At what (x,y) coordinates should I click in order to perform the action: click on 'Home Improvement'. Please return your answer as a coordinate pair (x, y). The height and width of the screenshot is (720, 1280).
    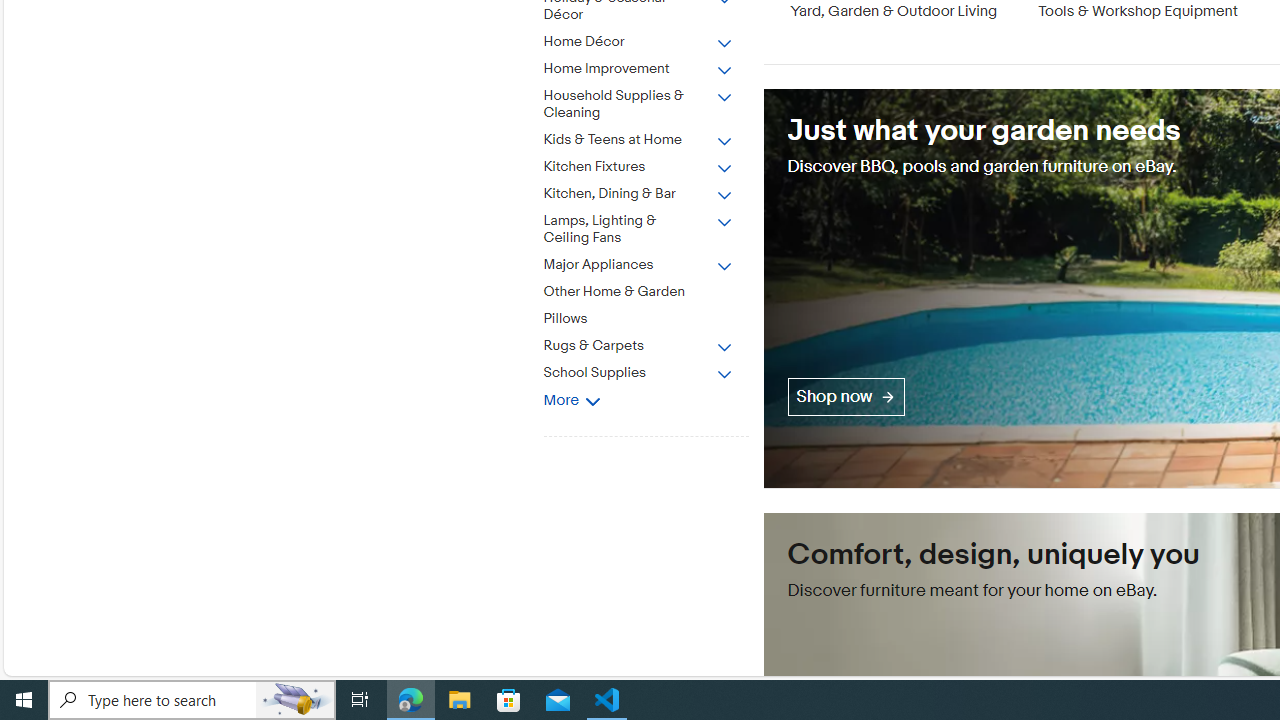
    Looking at the image, I should click on (637, 68).